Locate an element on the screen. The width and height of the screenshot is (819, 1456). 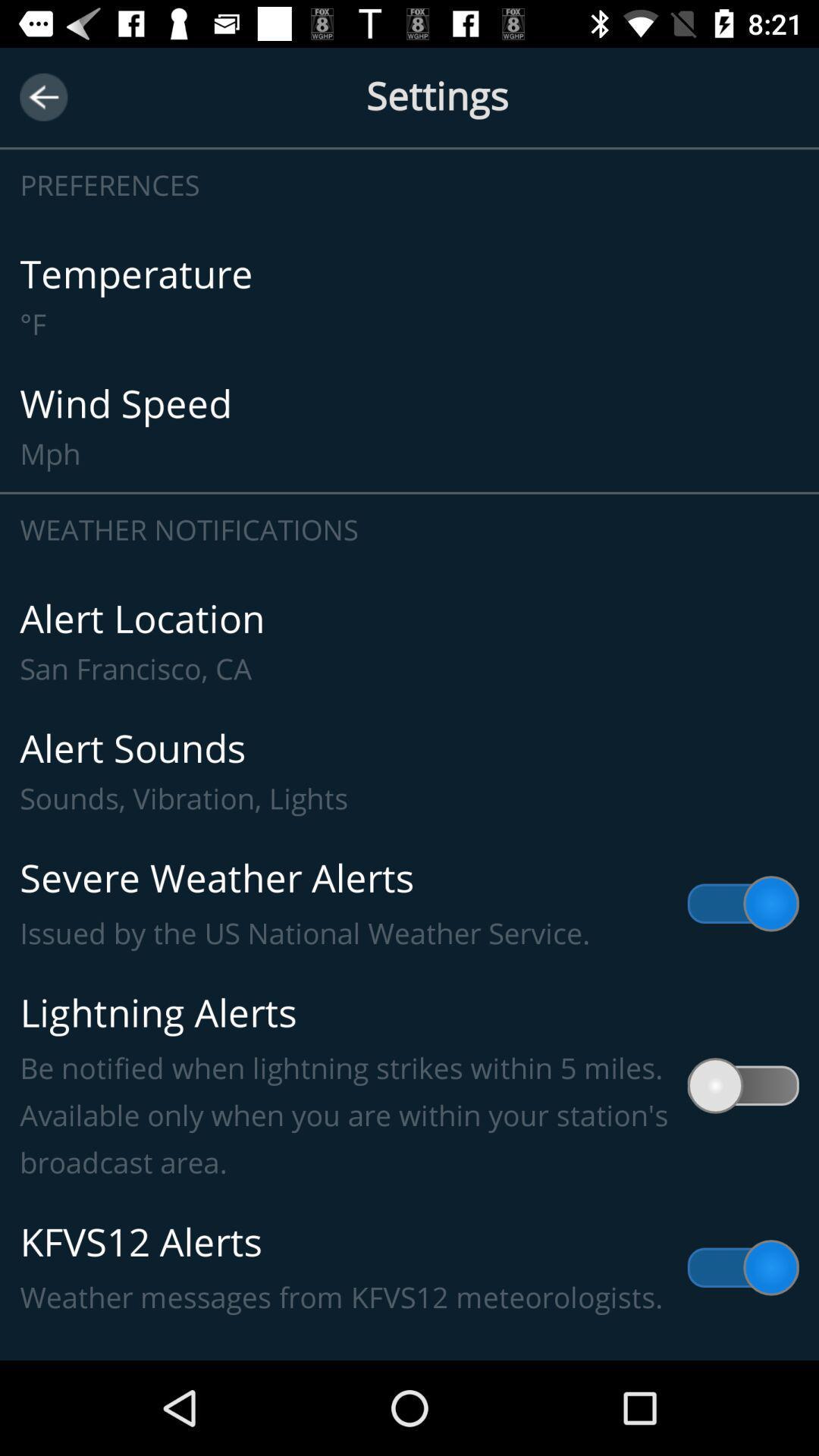
the arrow_backward icon is located at coordinates (42, 96).